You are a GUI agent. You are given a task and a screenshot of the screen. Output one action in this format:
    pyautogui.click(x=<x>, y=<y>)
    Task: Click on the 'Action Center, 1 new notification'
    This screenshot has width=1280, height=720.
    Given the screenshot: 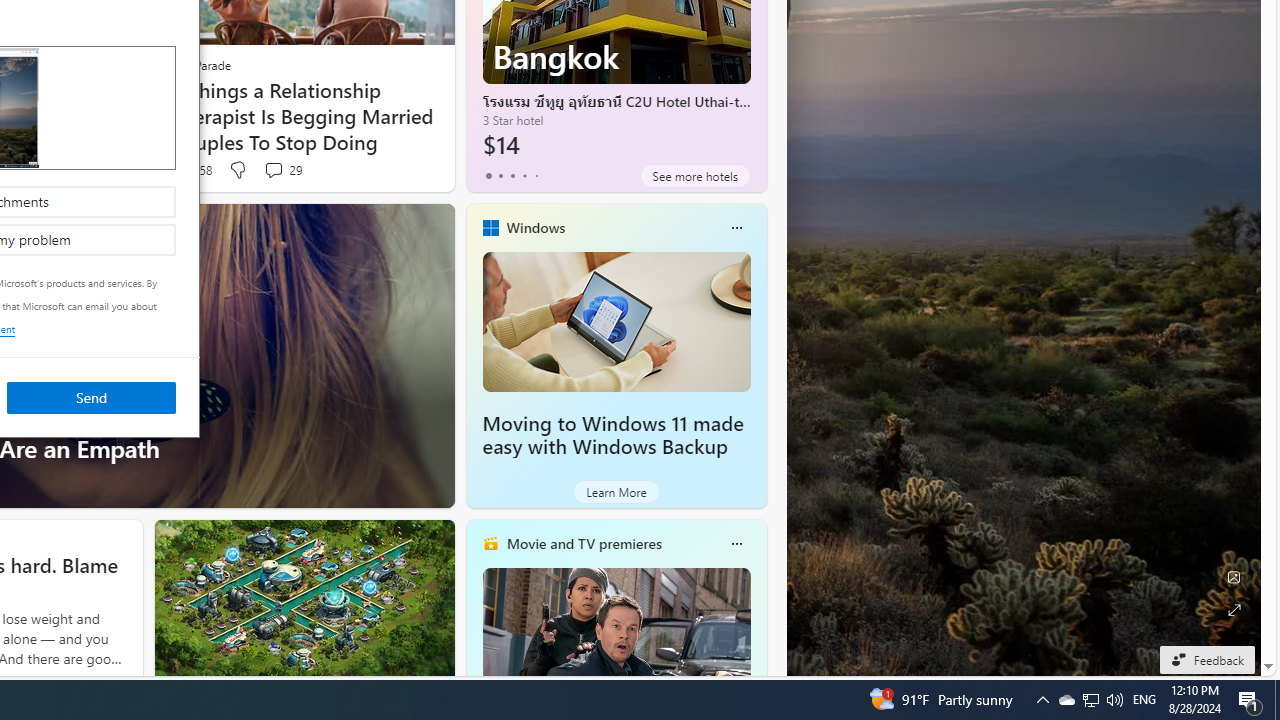 What is the action you would take?
    pyautogui.click(x=1250, y=698)
    